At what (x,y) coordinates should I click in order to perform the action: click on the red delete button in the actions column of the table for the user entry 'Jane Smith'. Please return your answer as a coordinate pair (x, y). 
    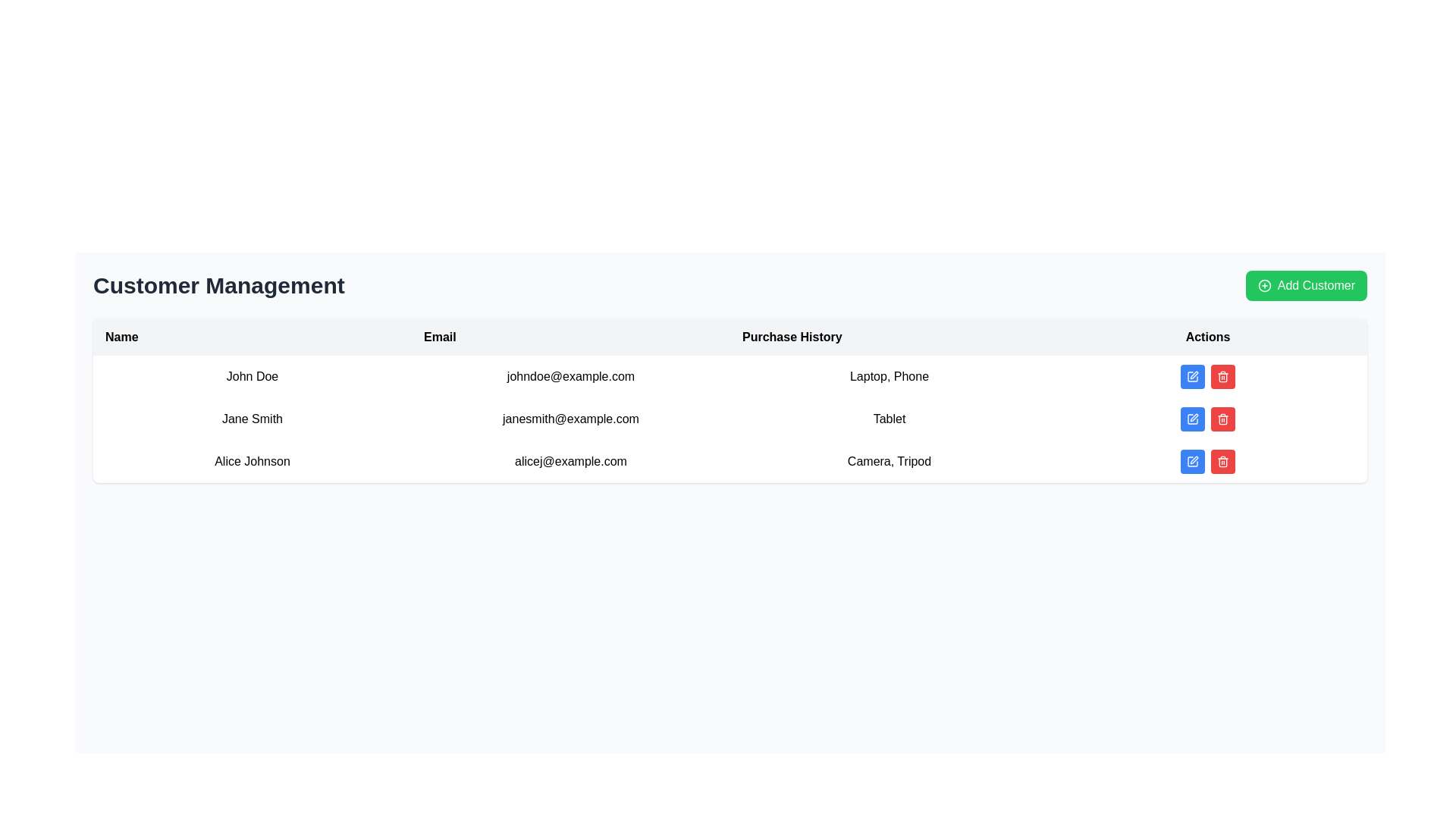
    Looking at the image, I should click on (1207, 419).